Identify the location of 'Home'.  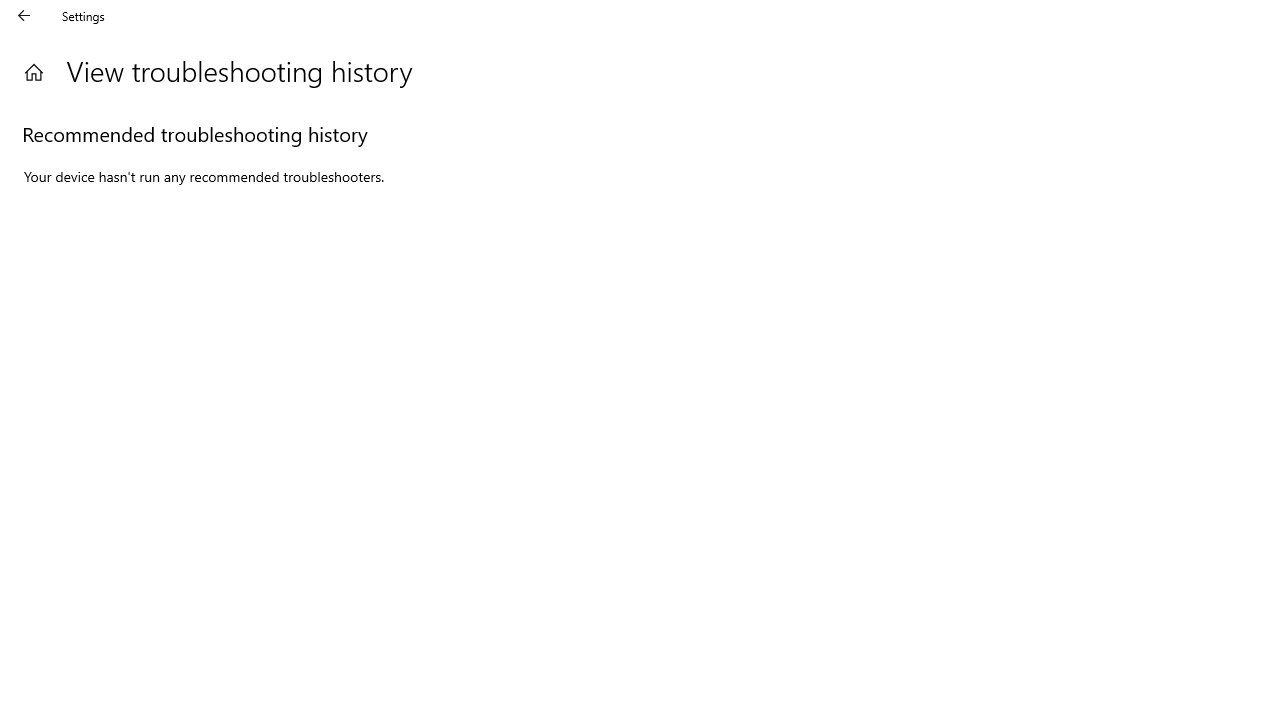
(33, 71).